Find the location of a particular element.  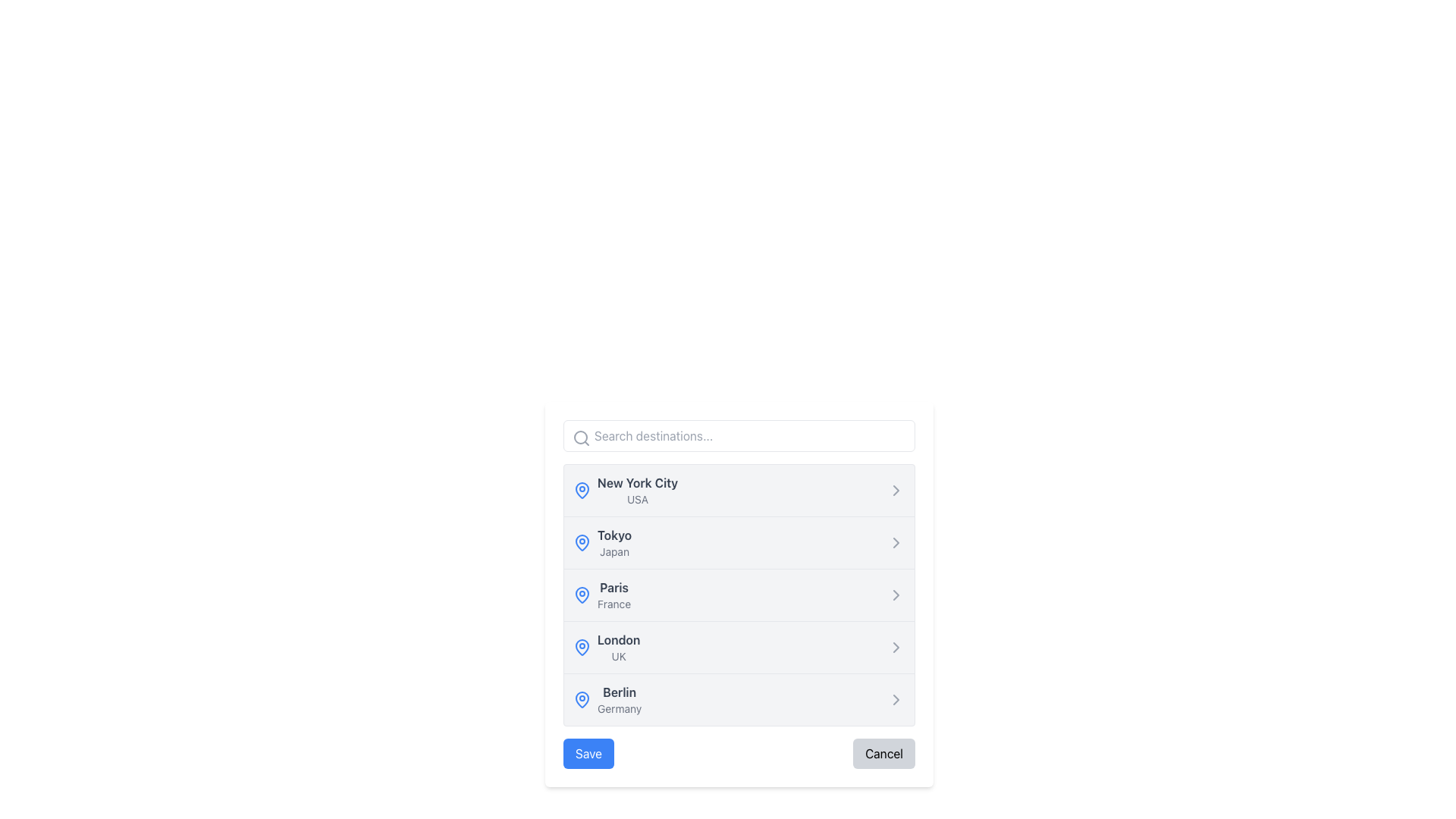

the circular component of the SVG icon located at the left side of the 'Search destinations...' box is located at coordinates (580, 438).